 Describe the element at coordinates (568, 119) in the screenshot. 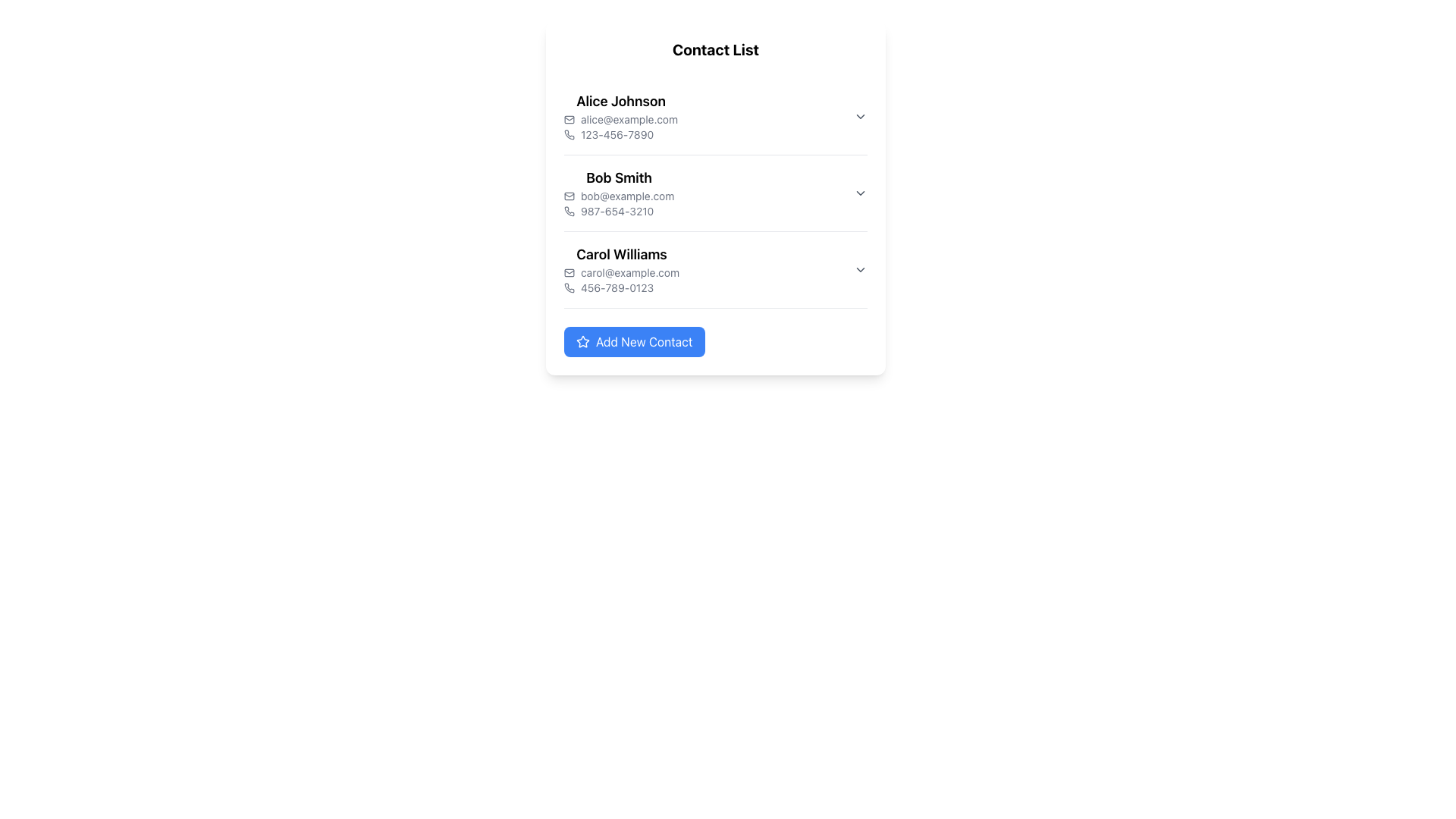

I see `the envelope icon located next to the email address 'alice@example.com' in the contact list` at that location.